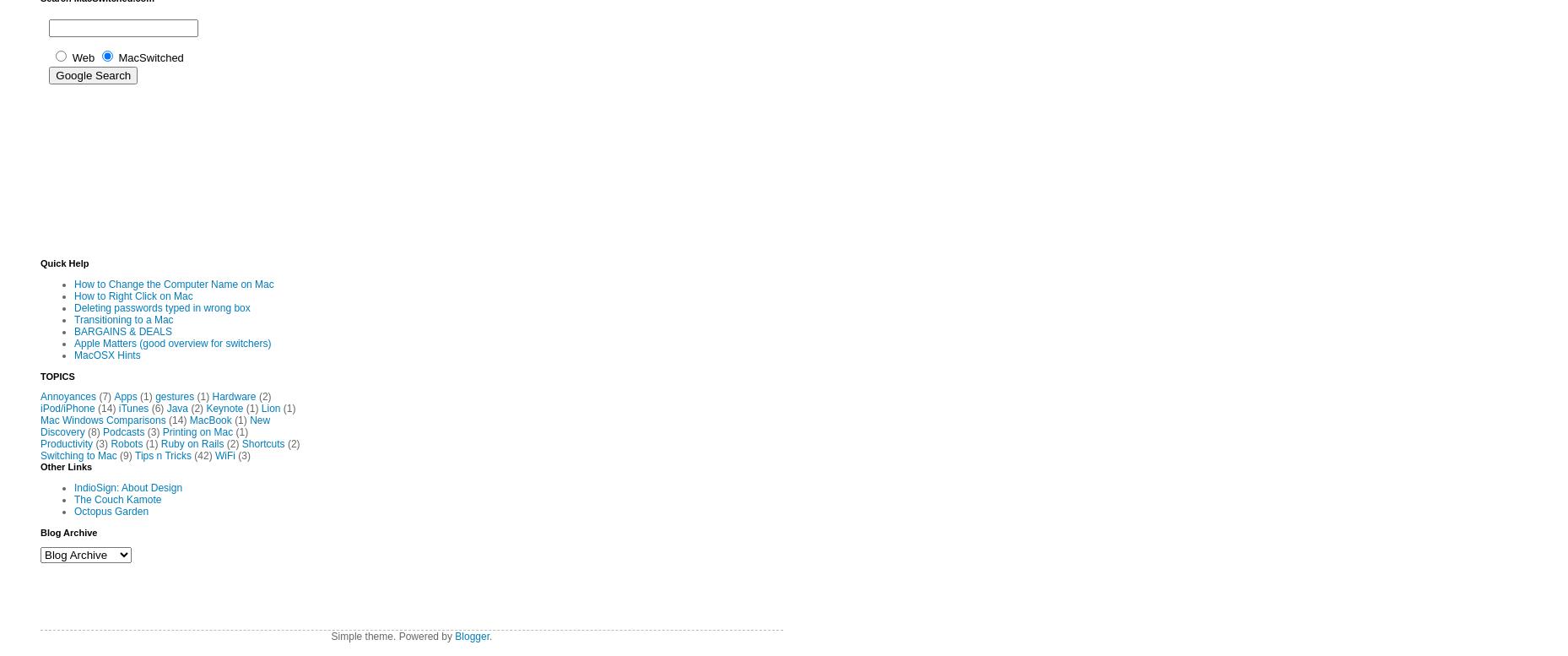 The height and width of the screenshot is (656, 1568). What do you see at coordinates (68, 395) in the screenshot?
I see `'Annoyances'` at bounding box center [68, 395].